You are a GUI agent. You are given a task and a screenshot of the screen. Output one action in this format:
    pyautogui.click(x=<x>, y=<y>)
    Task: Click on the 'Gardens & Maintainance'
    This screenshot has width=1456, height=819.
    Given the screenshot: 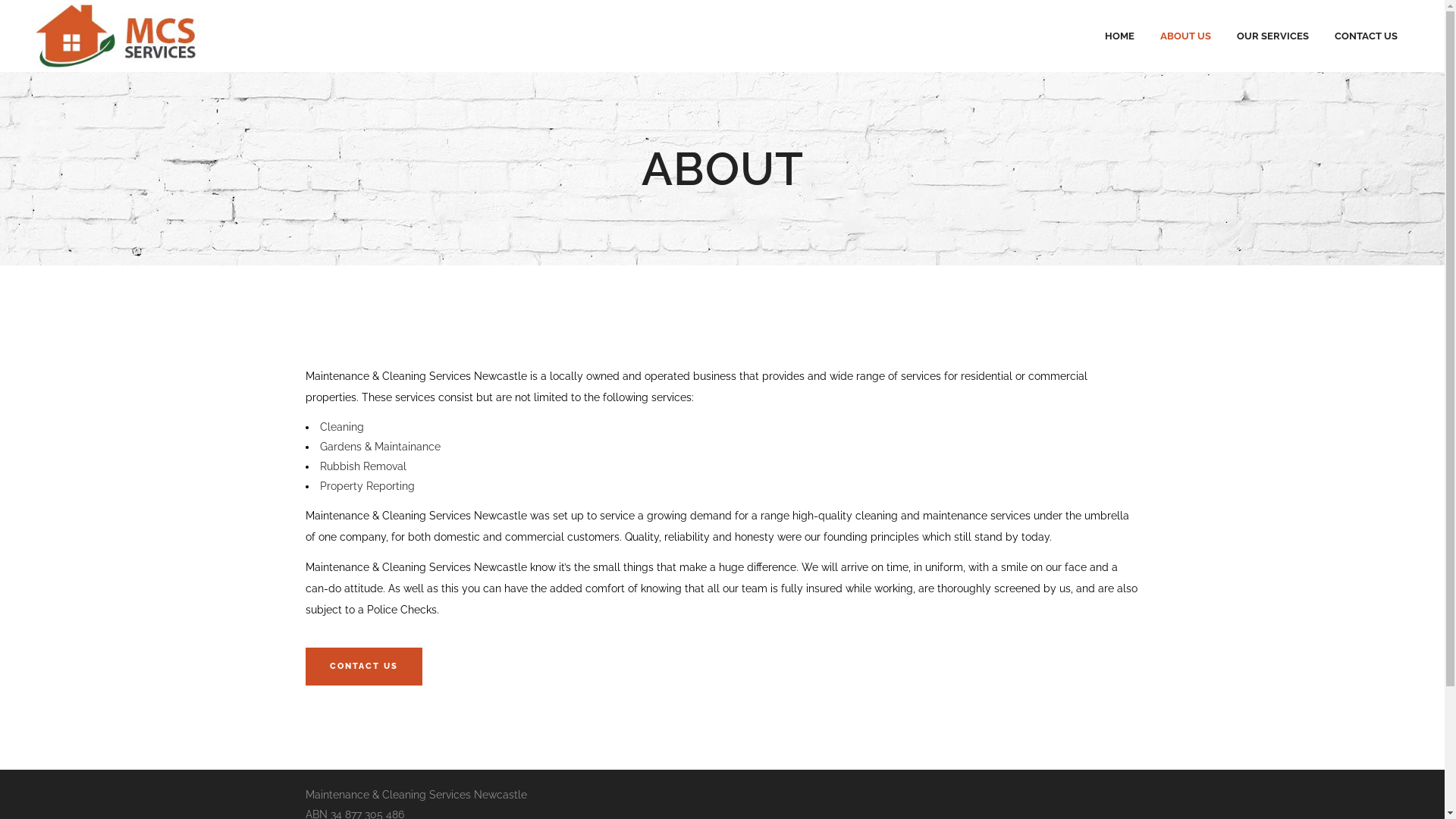 What is the action you would take?
    pyautogui.click(x=380, y=446)
    